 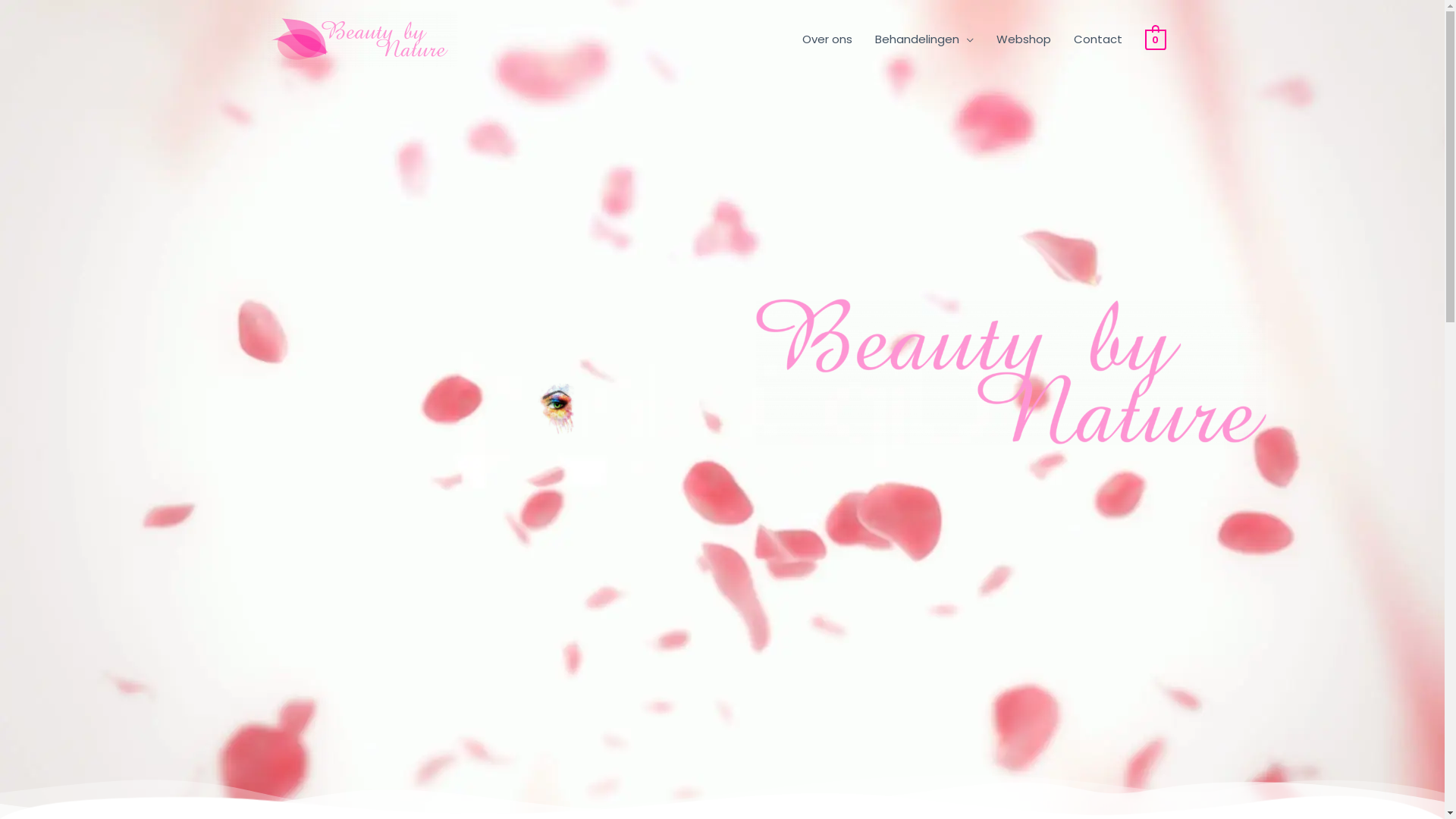 What do you see at coordinates (1023, 38) in the screenshot?
I see `'Webshop'` at bounding box center [1023, 38].